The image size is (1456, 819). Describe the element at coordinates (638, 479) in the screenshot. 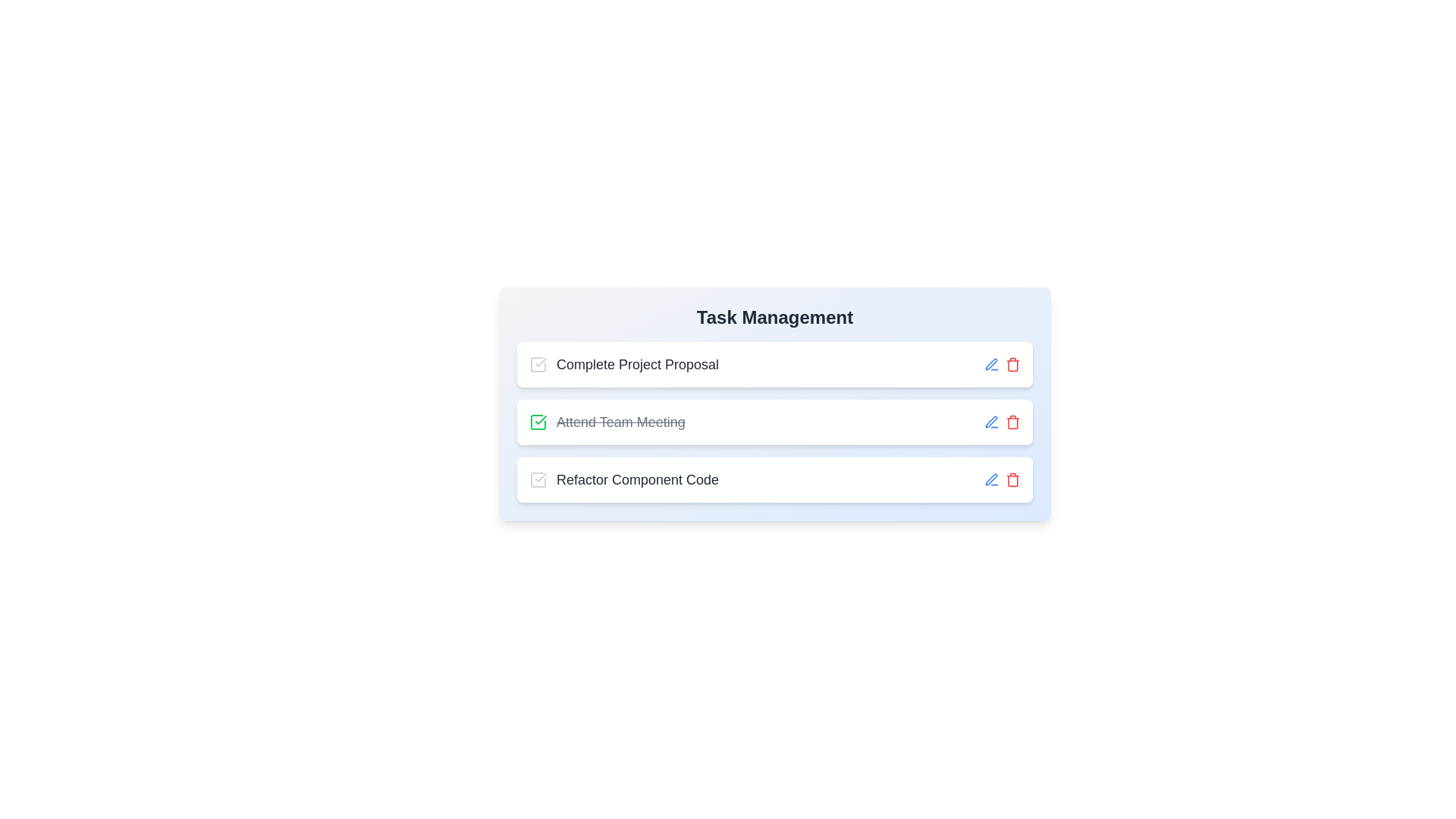

I see `the static text label that displays the title or description of the last task item in the task management list, located adjacent to a checkbox on the left and icons on the right` at that location.